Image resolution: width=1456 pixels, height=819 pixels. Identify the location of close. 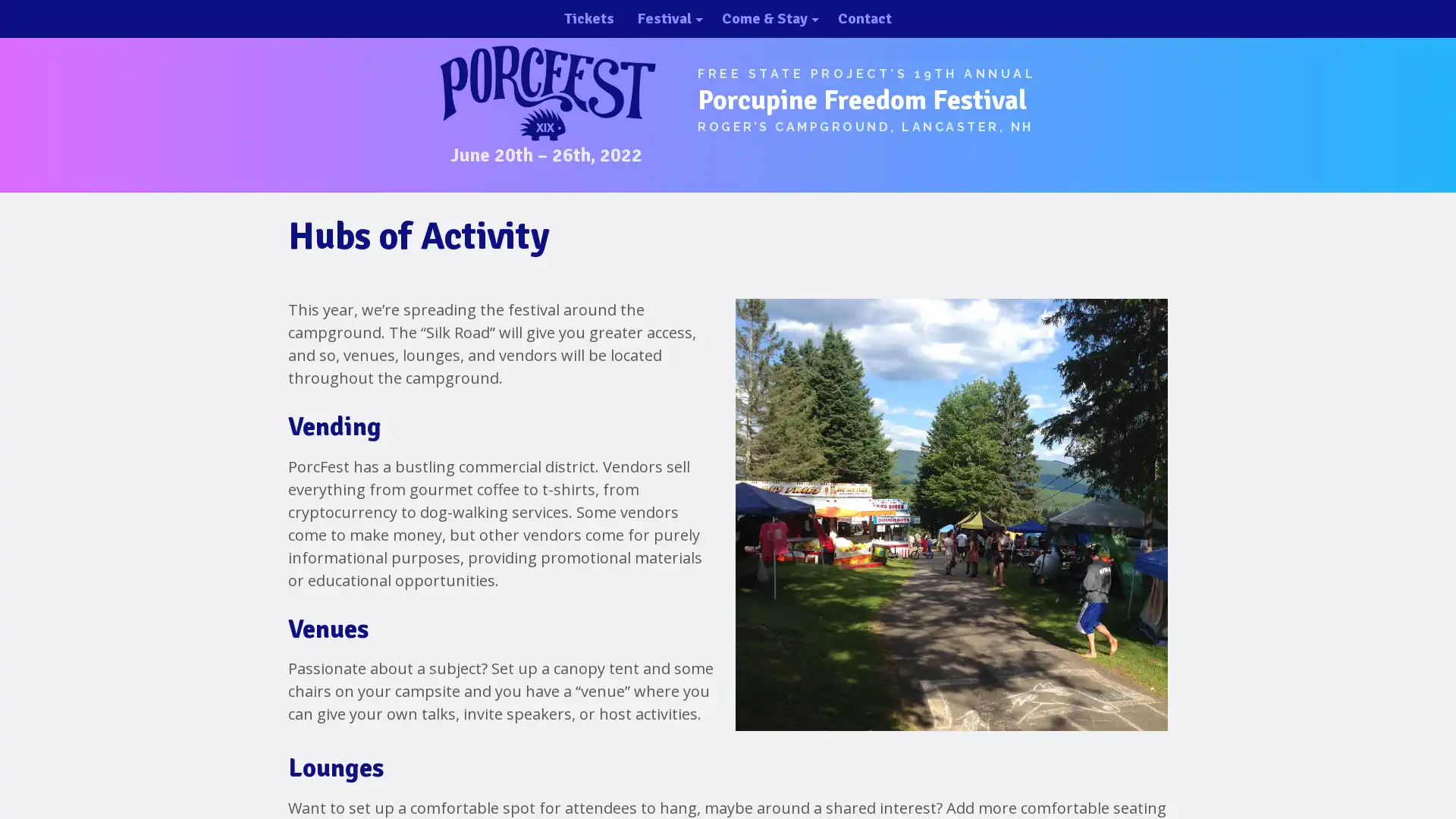
(1407, 61).